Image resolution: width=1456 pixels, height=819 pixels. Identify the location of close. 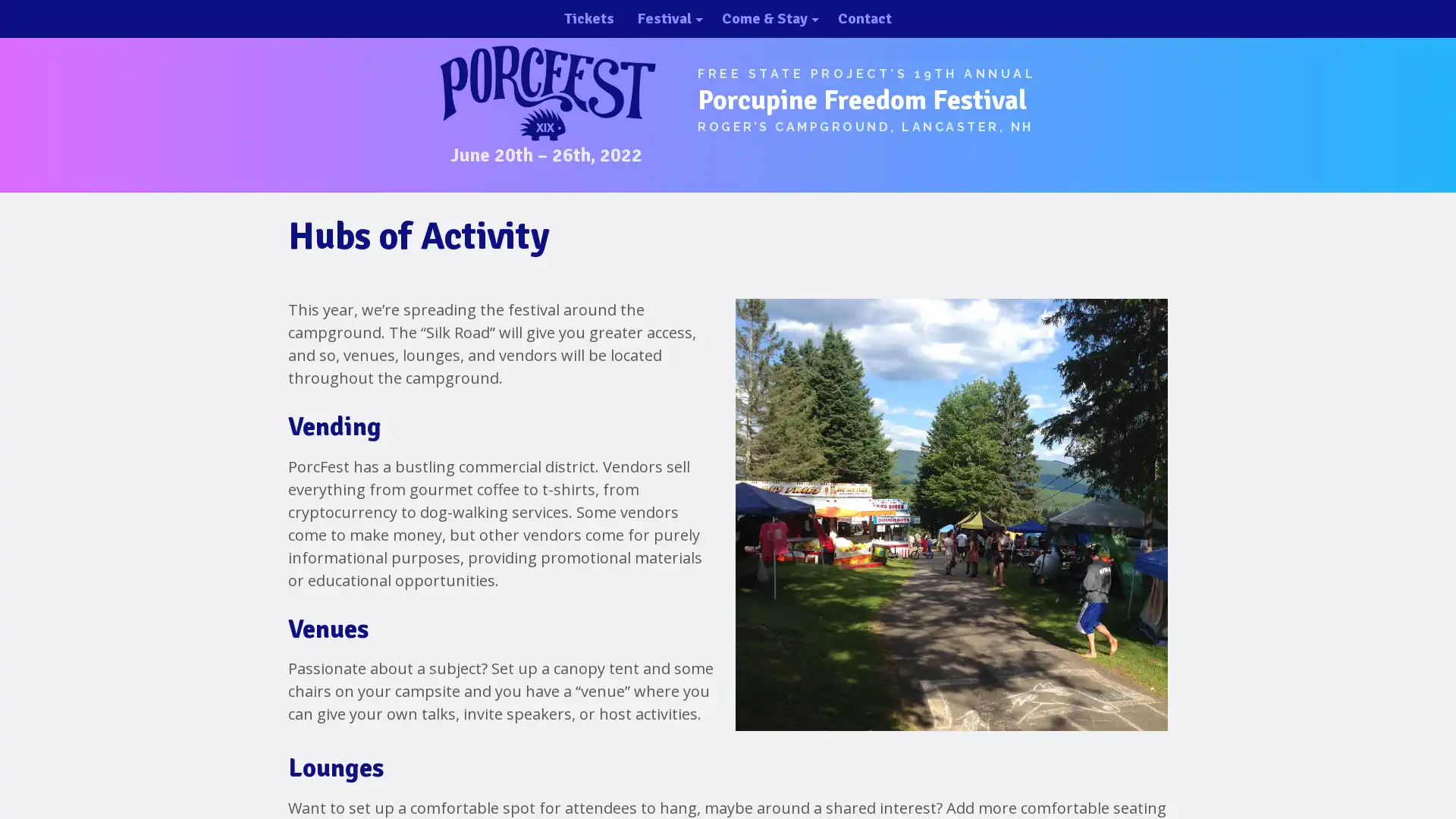
(1407, 61).